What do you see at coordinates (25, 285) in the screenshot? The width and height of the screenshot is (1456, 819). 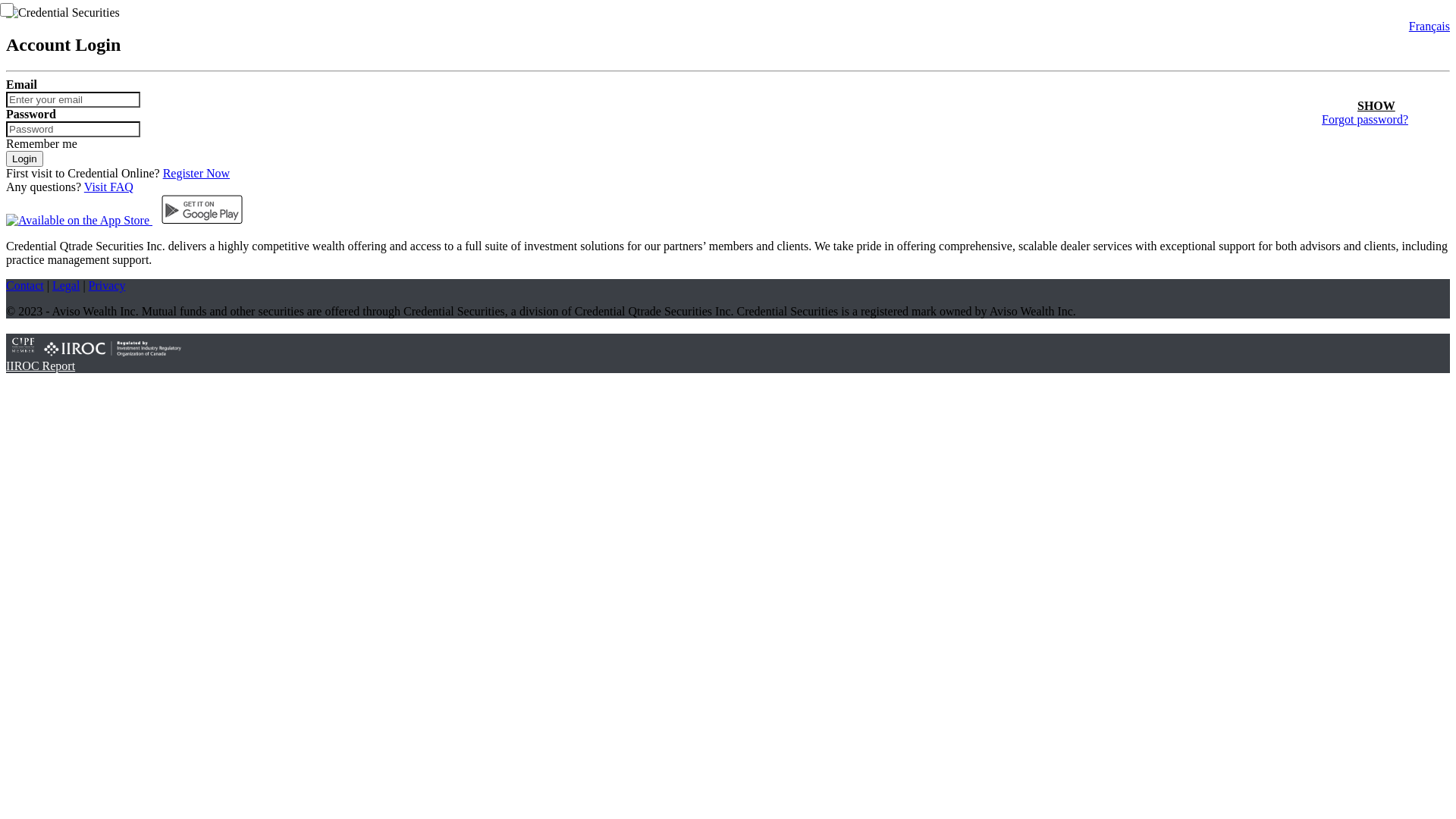 I see `'Contact'` at bounding box center [25, 285].